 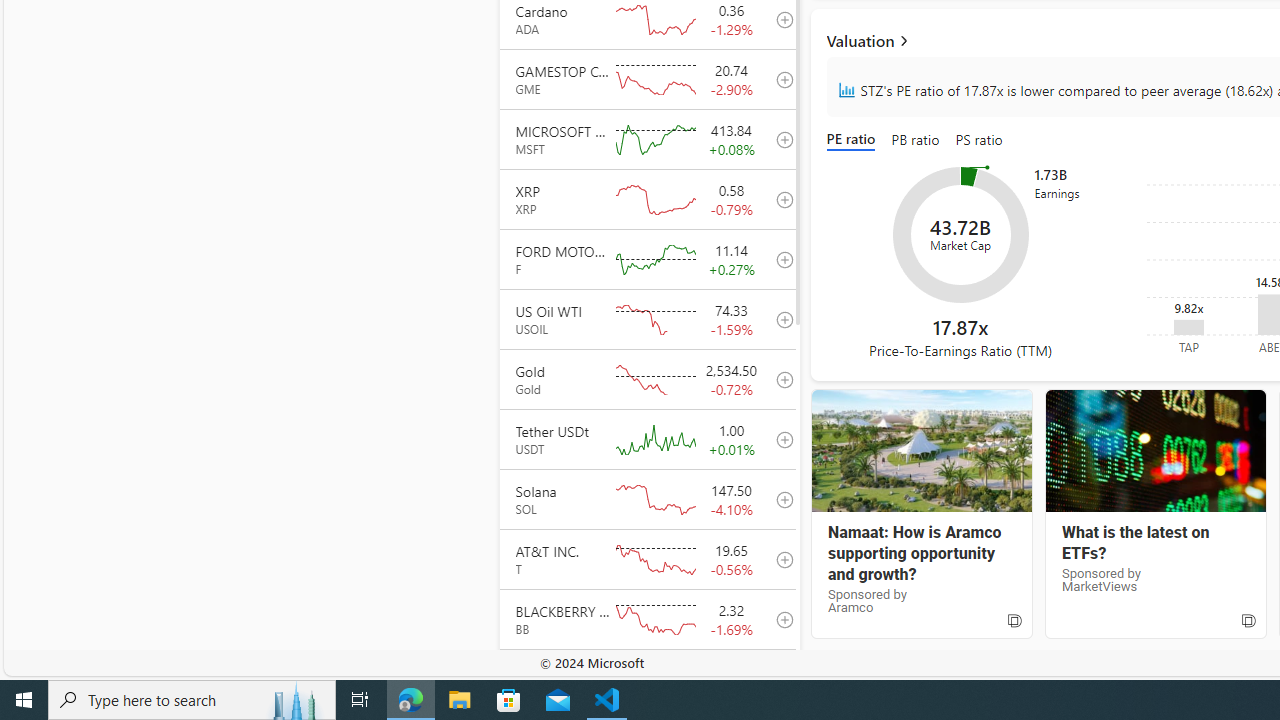 What do you see at coordinates (979, 140) in the screenshot?
I see `'PS ratio'` at bounding box center [979, 140].